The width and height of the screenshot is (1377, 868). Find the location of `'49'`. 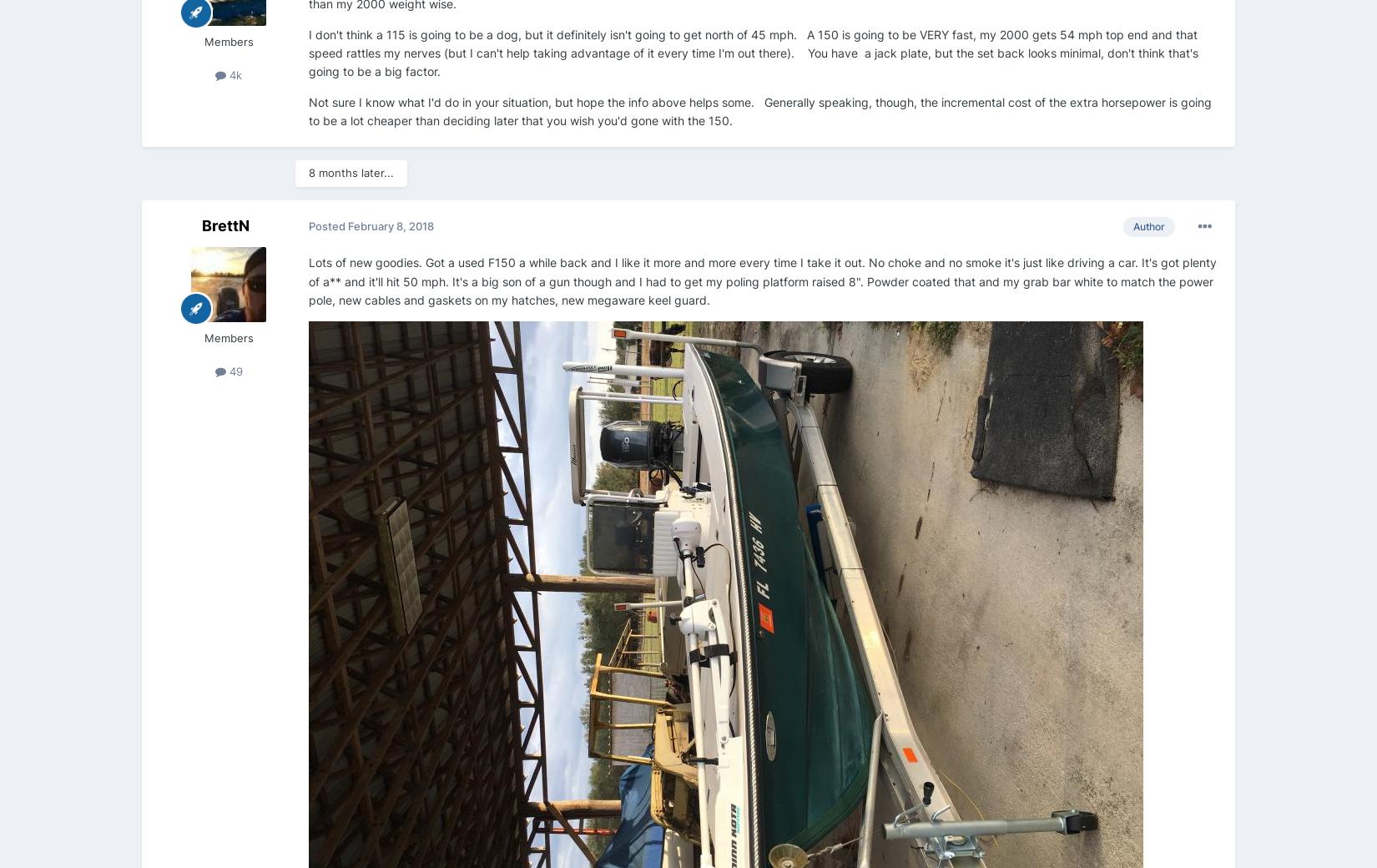

'49' is located at coordinates (234, 370).